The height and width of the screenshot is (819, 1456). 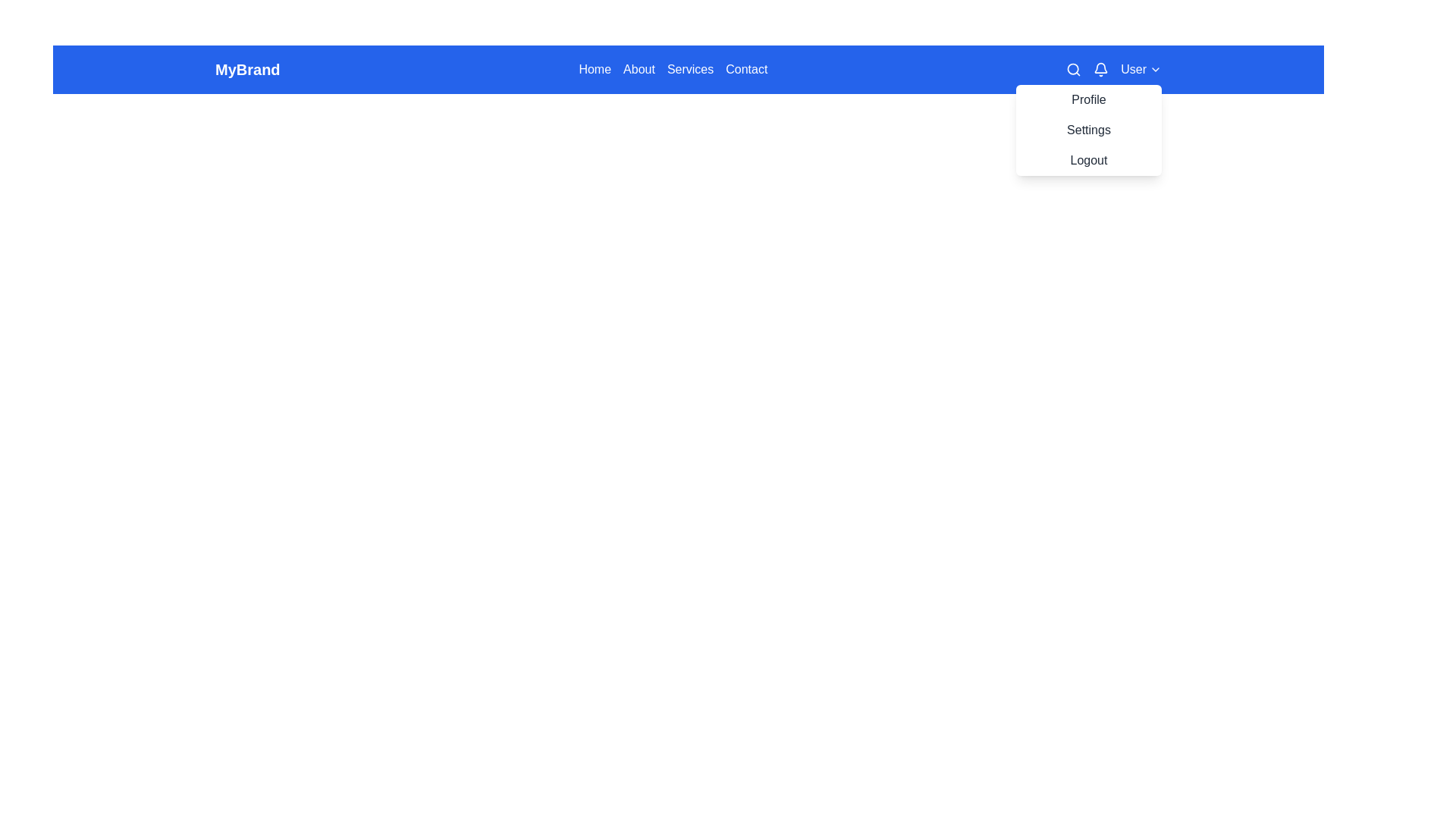 What do you see at coordinates (247, 70) in the screenshot?
I see `the brand identifier or logo located on the far-left side of the navigation bar at the top of the page` at bounding box center [247, 70].